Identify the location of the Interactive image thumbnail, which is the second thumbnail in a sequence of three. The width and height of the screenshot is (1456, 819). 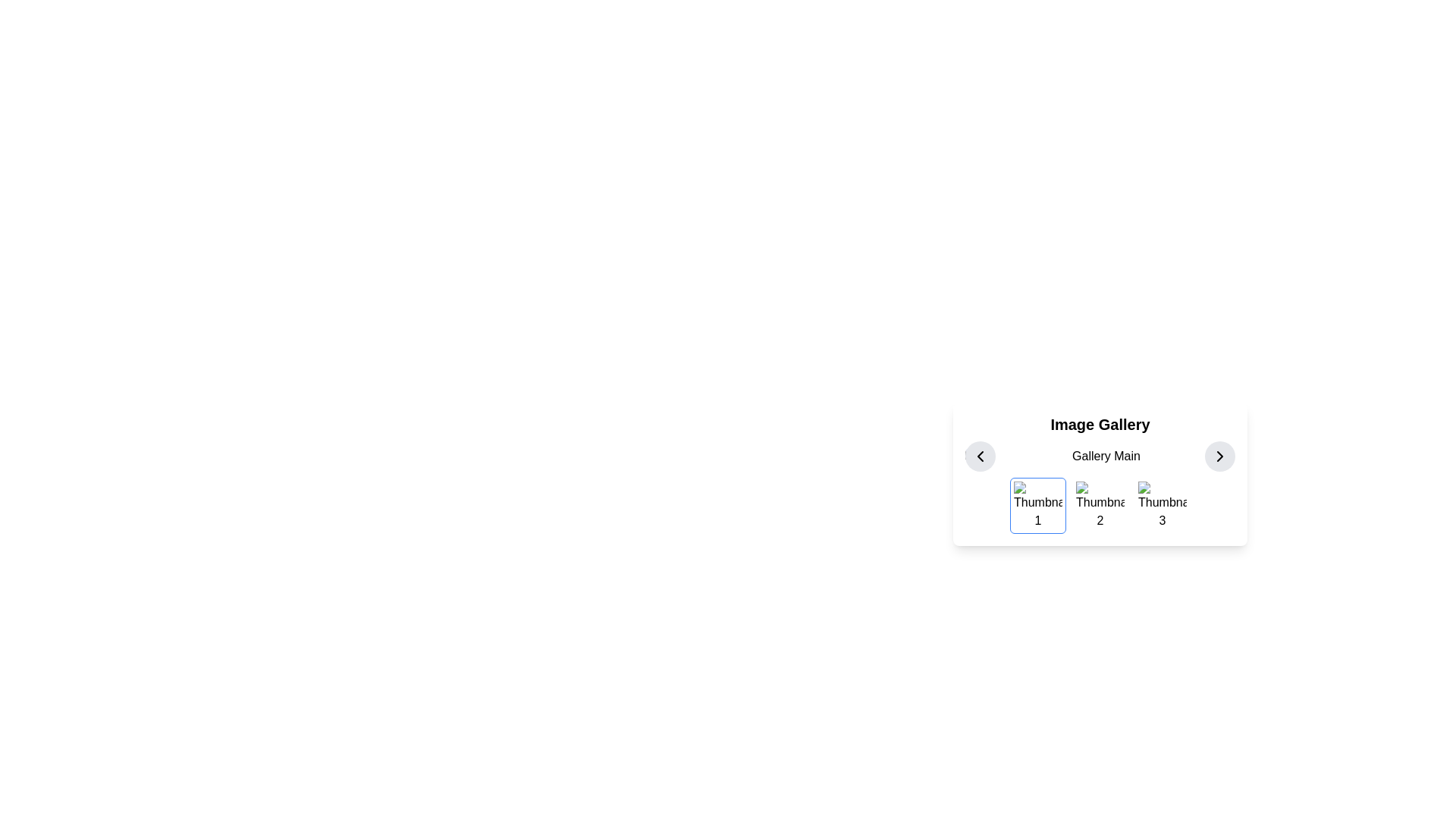
(1100, 506).